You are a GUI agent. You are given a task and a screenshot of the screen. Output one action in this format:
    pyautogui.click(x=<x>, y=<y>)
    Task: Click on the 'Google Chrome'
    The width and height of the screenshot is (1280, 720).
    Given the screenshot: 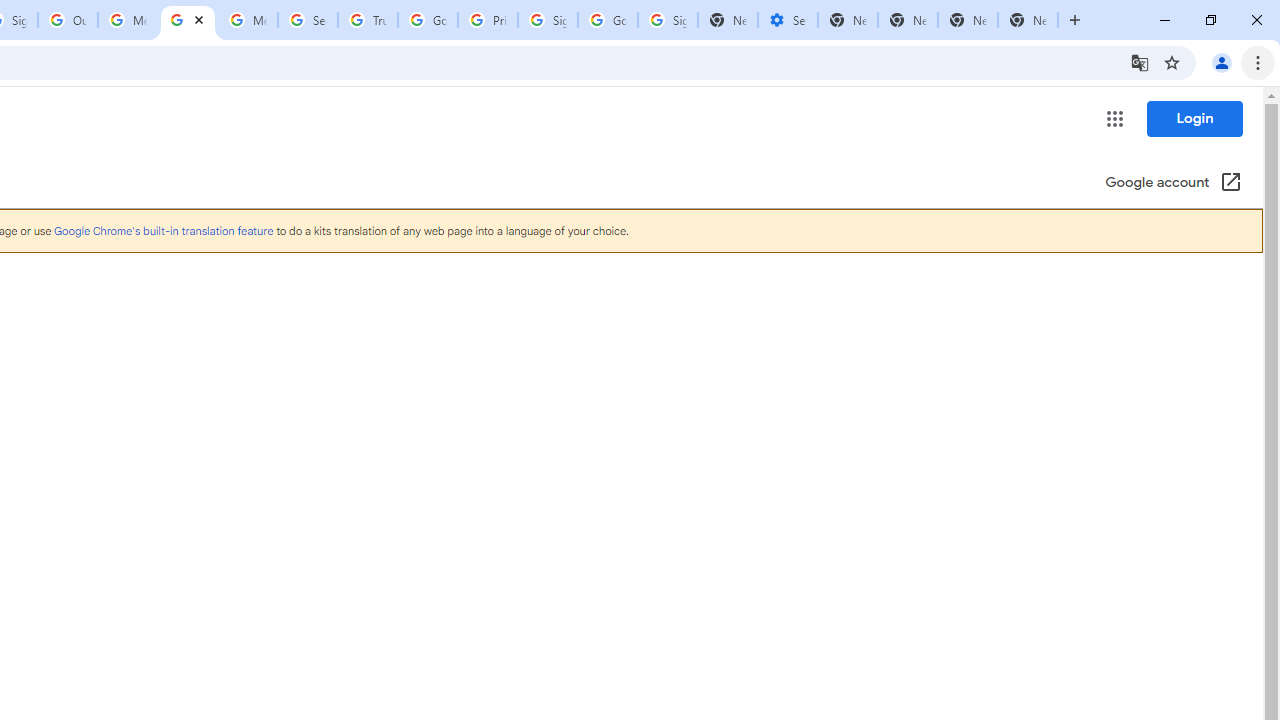 What is the action you would take?
    pyautogui.click(x=163, y=230)
    